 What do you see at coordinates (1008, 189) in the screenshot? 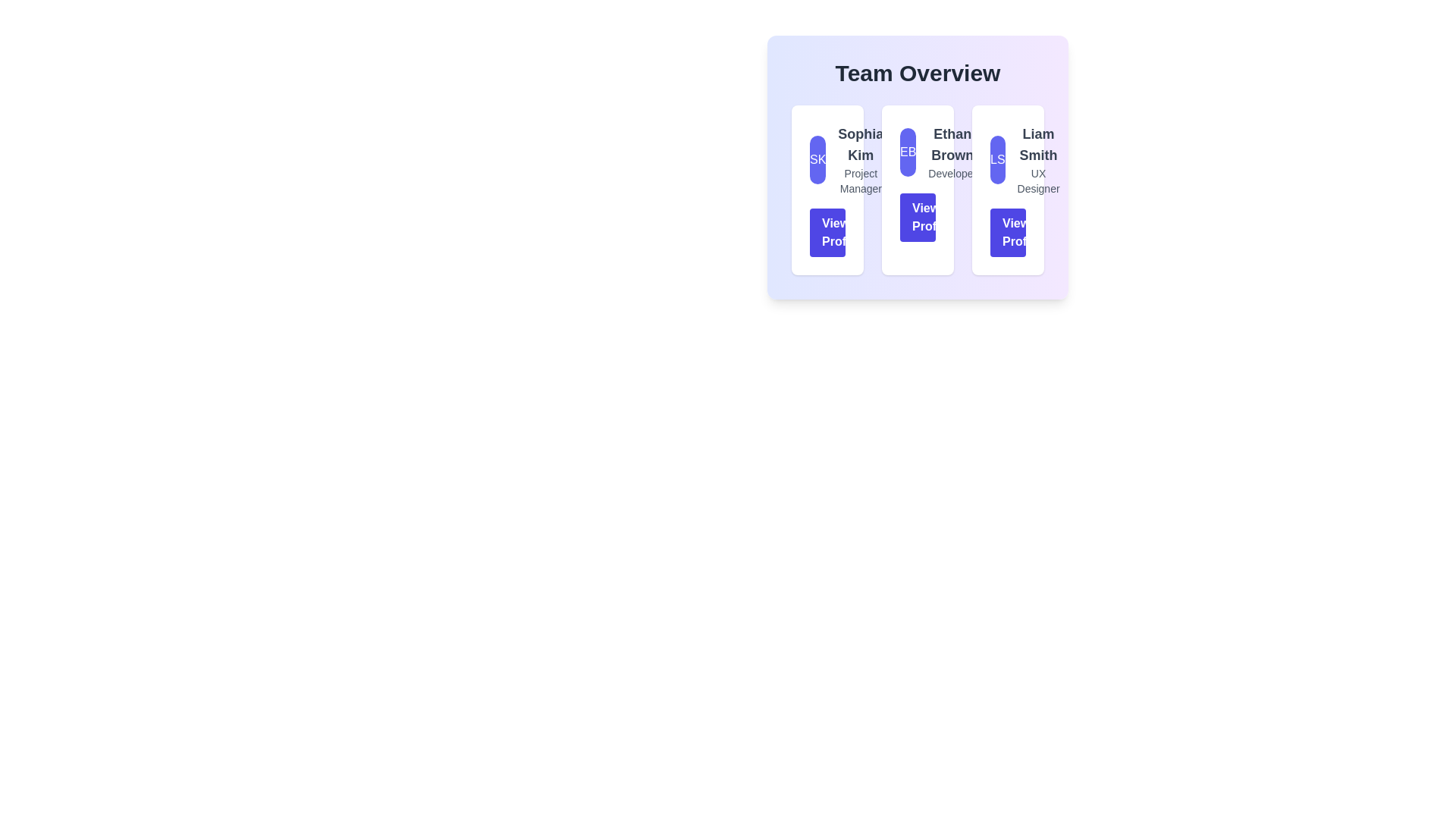
I see `the 'View Profile' button located on Liam Smith's Profile Card, which is the third card in a row of three within the grid layout, positioned below the 'Team Overview' section header` at bounding box center [1008, 189].